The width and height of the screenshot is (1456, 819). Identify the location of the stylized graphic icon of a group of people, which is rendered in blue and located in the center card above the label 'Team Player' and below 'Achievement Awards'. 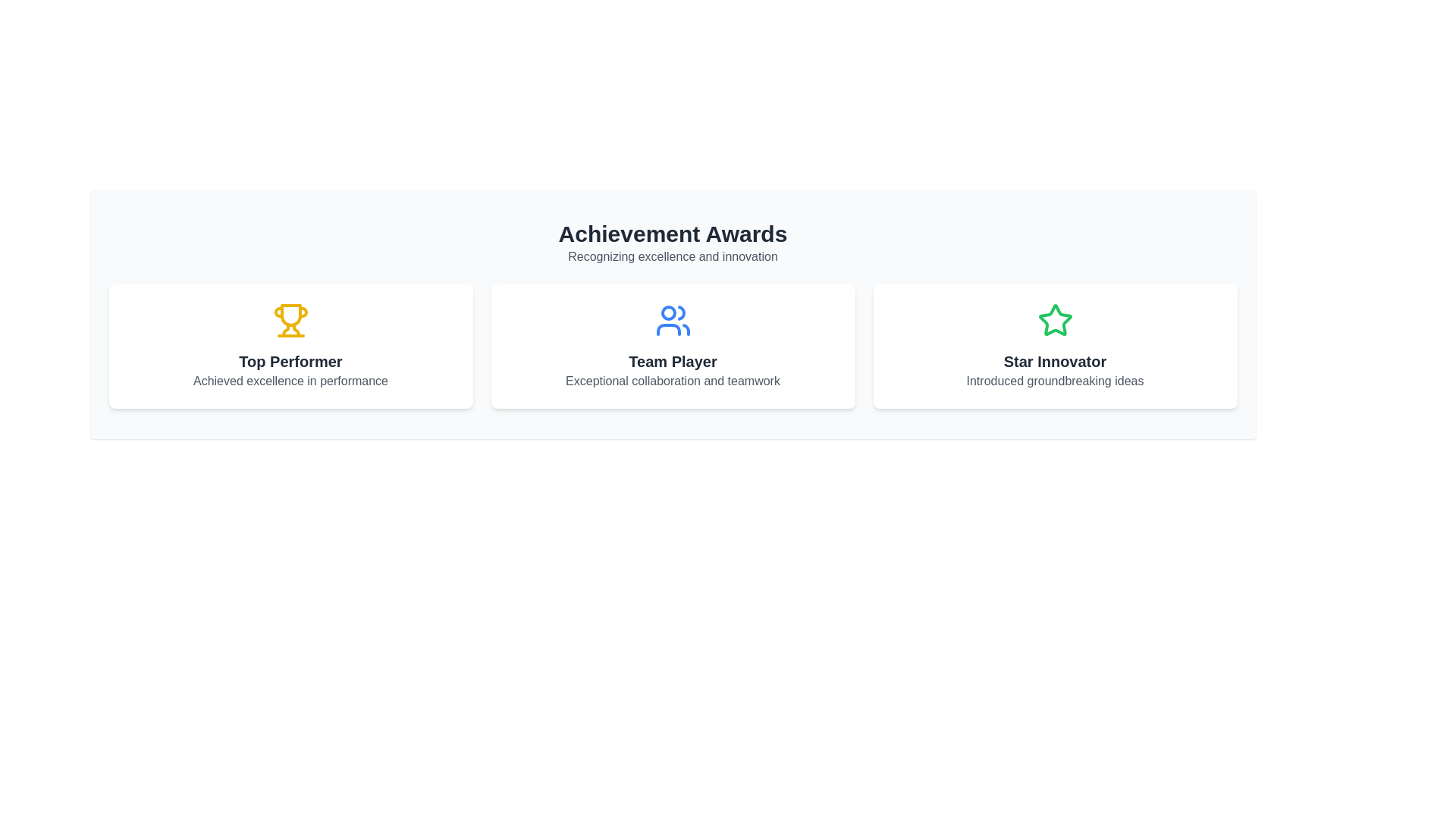
(672, 320).